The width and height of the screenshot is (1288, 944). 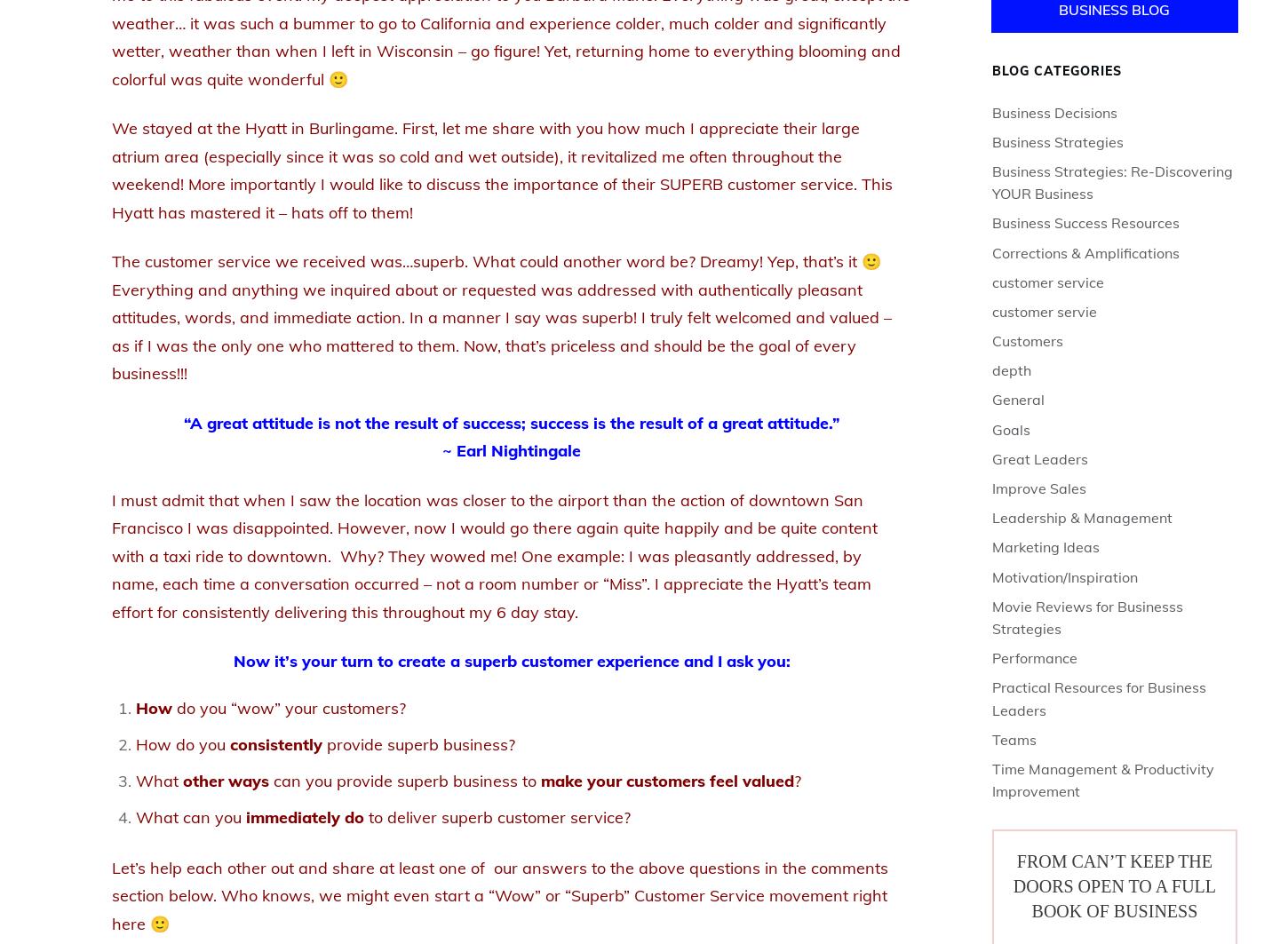 What do you see at coordinates (1010, 429) in the screenshot?
I see `'Goals'` at bounding box center [1010, 429].